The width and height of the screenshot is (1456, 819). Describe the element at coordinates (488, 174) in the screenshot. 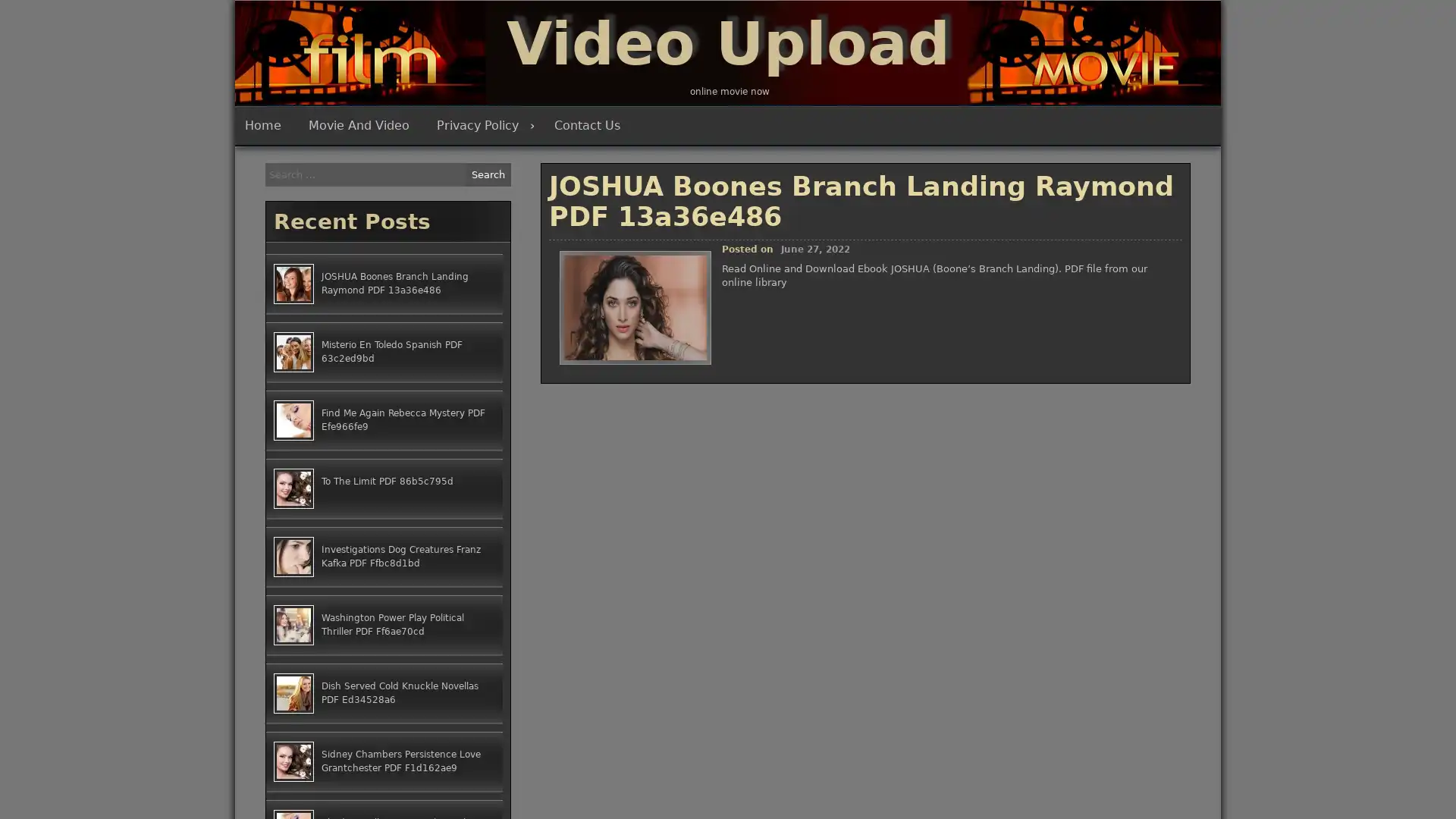

I see `Search` at that location.